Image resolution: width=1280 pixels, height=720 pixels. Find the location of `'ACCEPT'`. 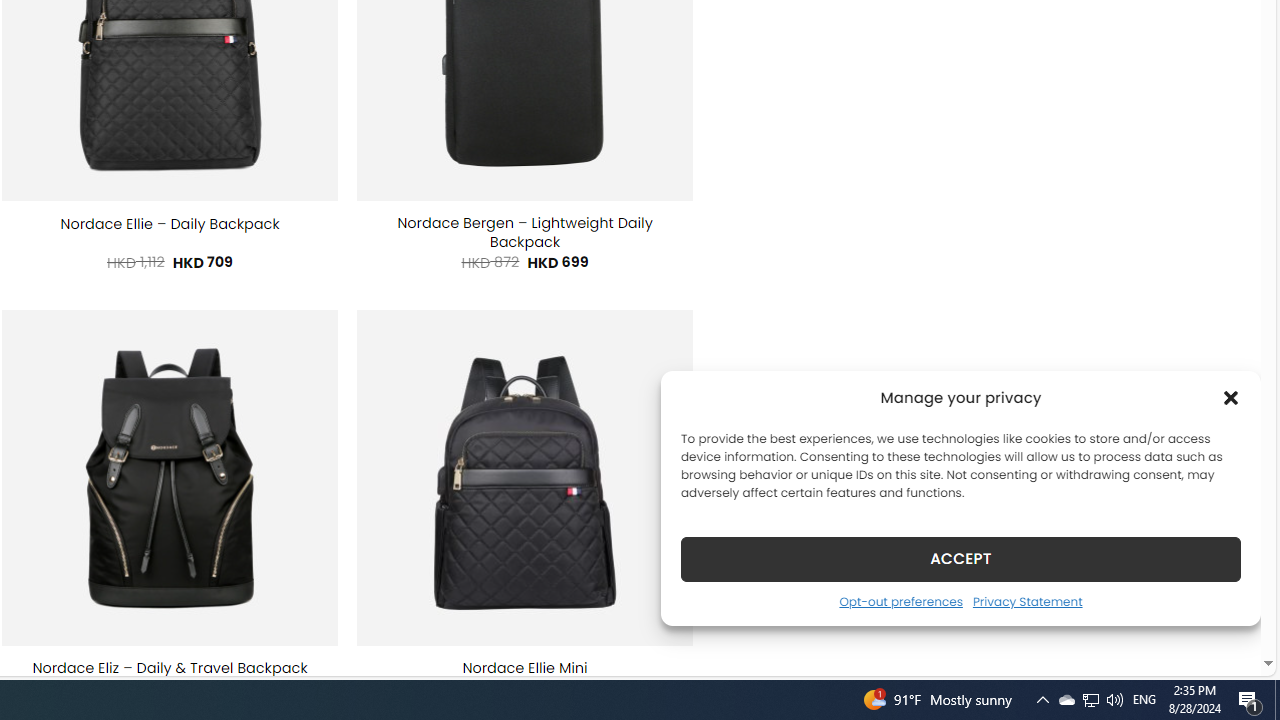

'ACCEPT' is located at coordinates (961, 558).